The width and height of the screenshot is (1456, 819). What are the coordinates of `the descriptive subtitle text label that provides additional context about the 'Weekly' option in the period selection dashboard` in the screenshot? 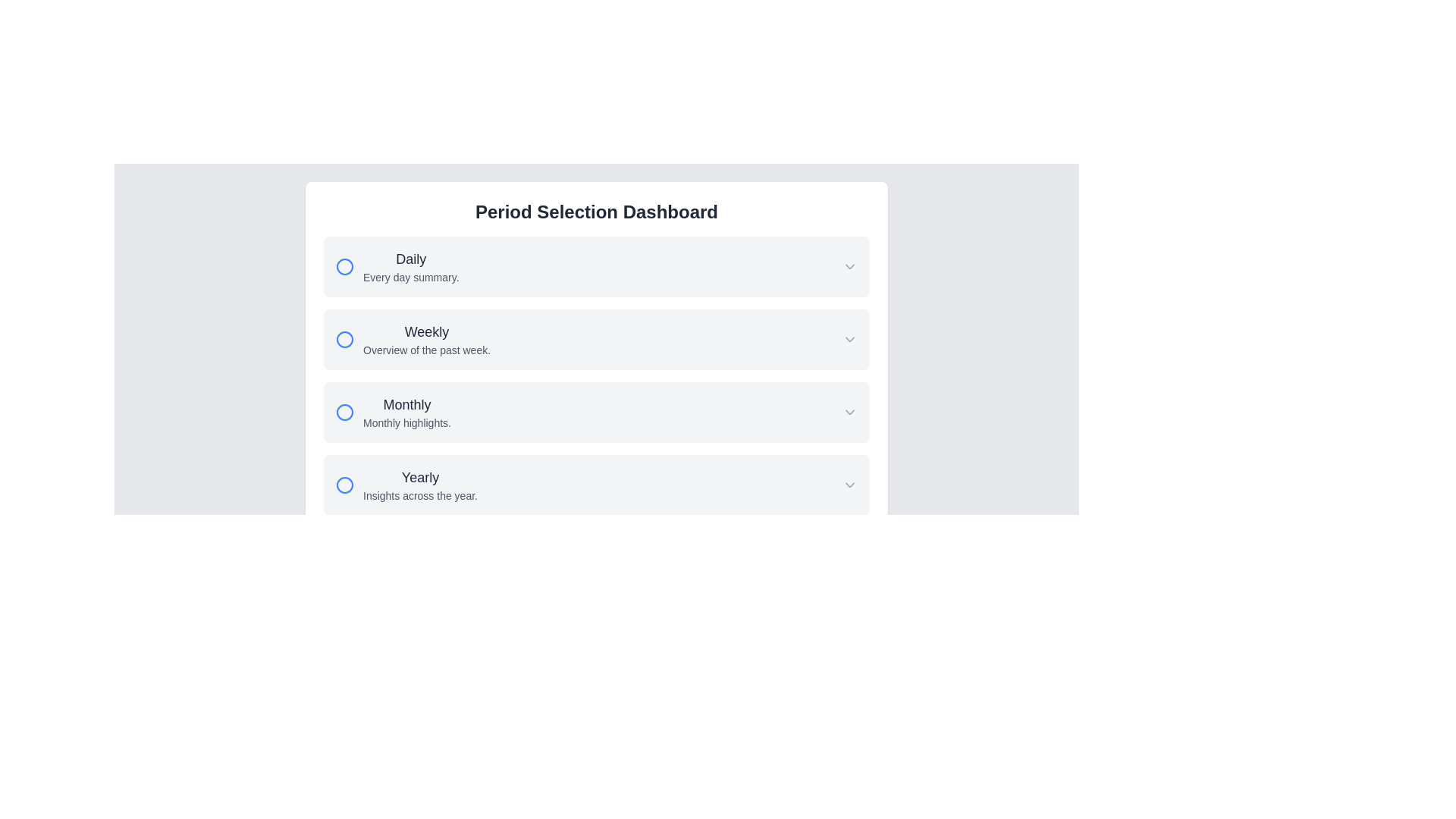 It's located at (425, 350).